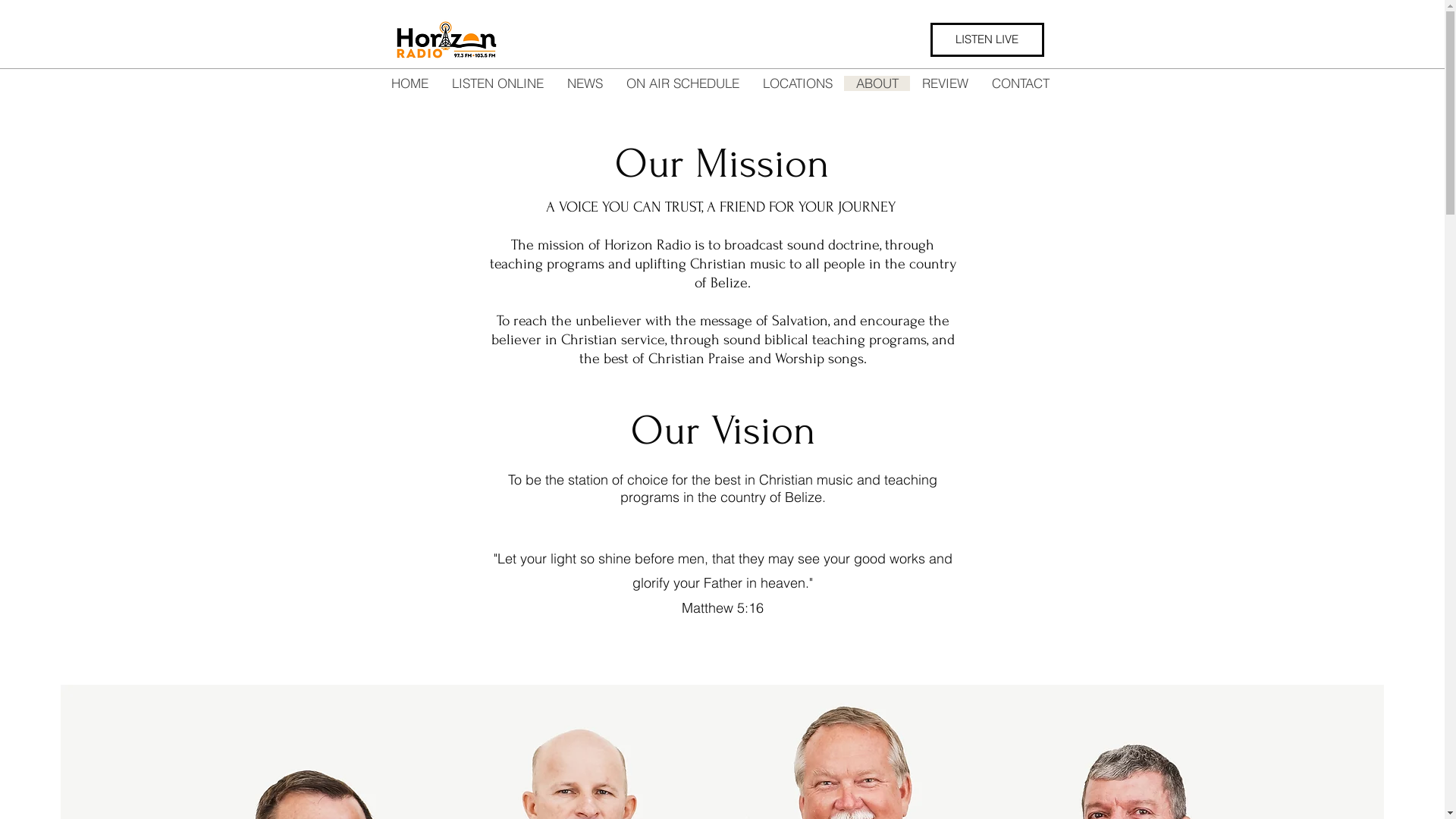  What do you see at coordinates (409, 83) in the screenshot?
I see `'HOME'` at bounding box center [409, 83].